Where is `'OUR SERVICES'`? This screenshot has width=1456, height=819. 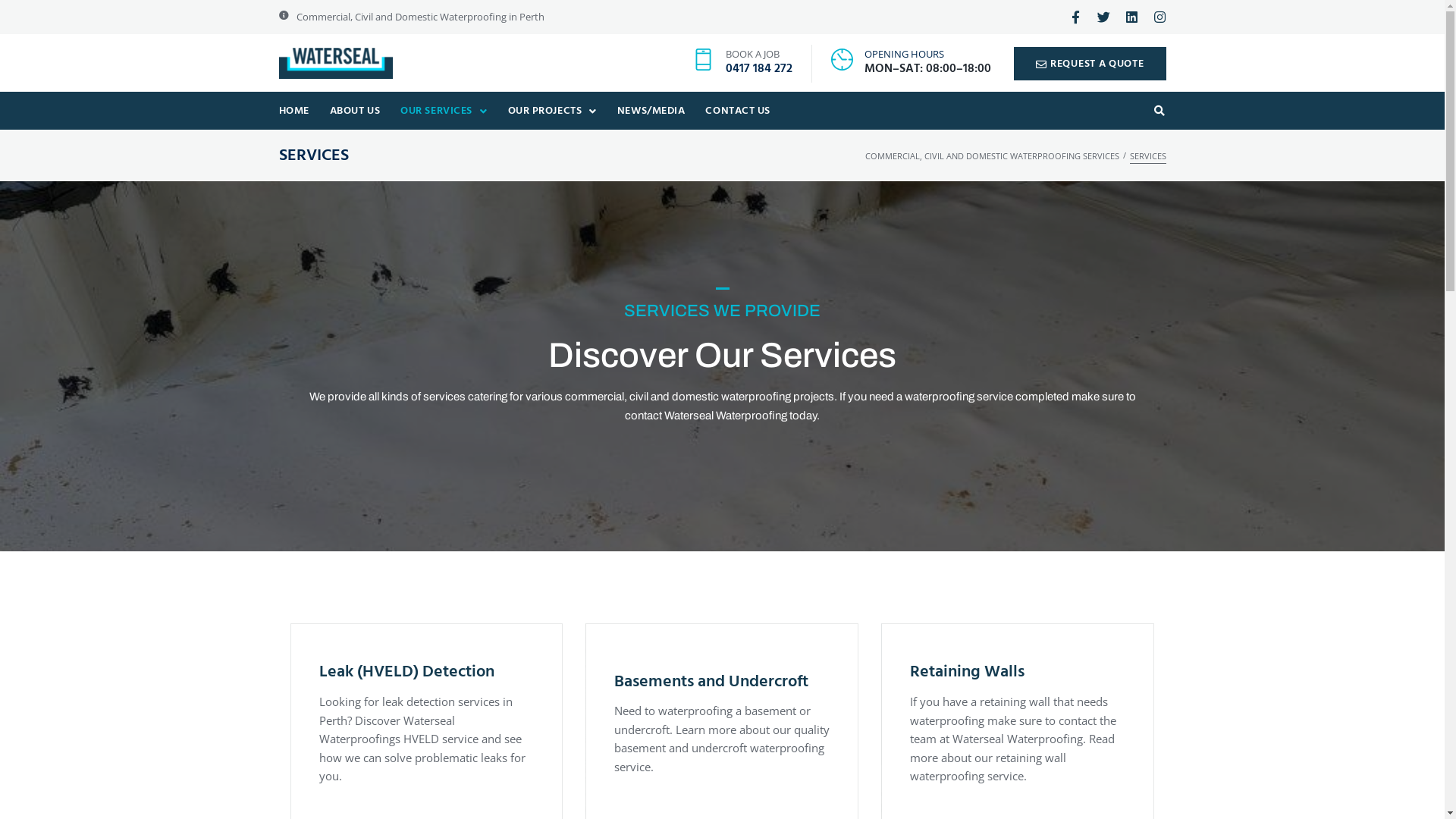
'OUR SERVICES' is located at coordinates (389, 110).